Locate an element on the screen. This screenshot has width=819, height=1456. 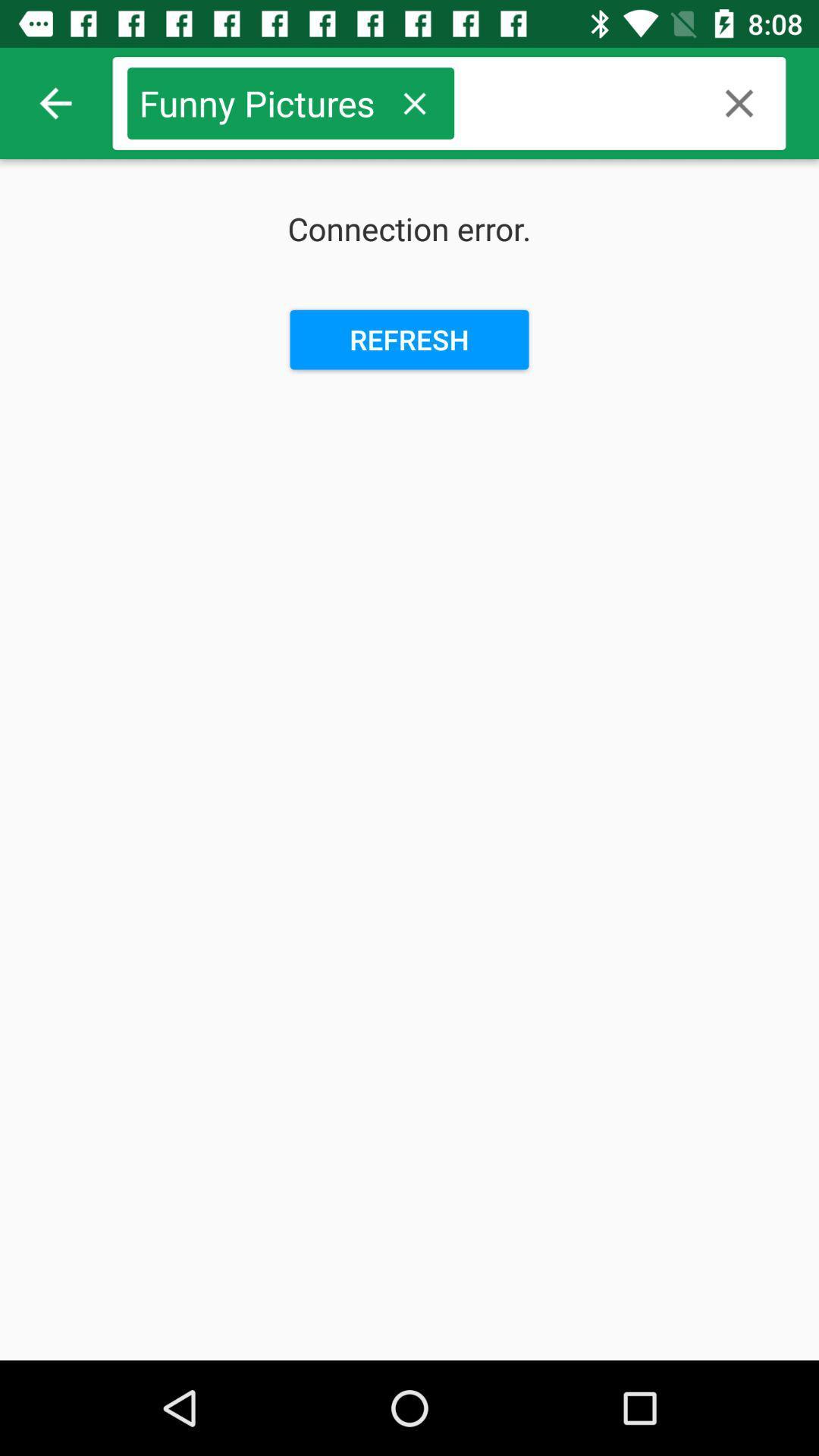
the icon to the left of the funny pictures is located at coordinates (55, 102).